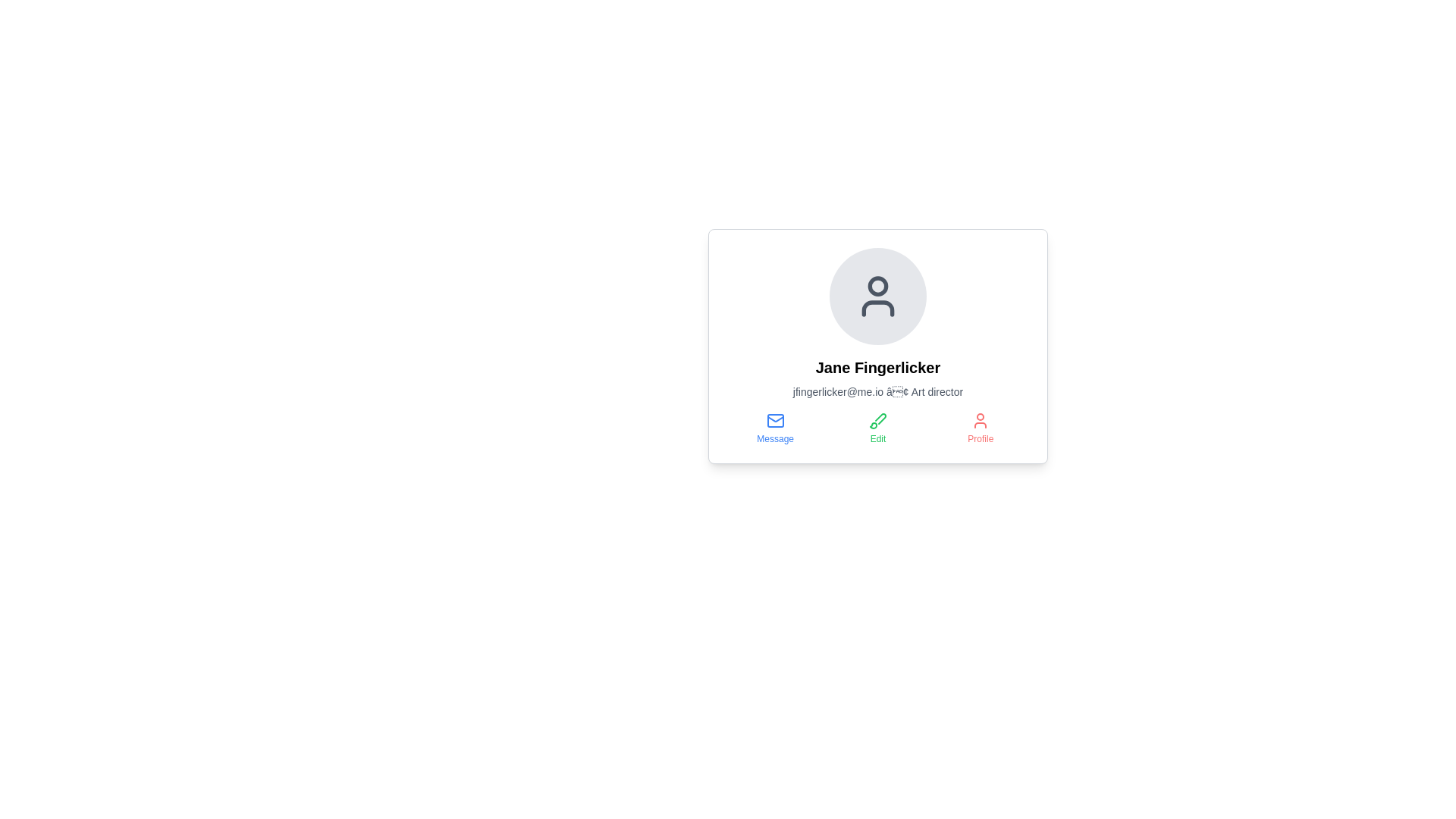  Describe the element at coordinates (980, 421) in the screenshot. I see `the red user icon located in the bottom-right section of the card layout, above the 'Profile' label, to interact with the profile feature` at that location.